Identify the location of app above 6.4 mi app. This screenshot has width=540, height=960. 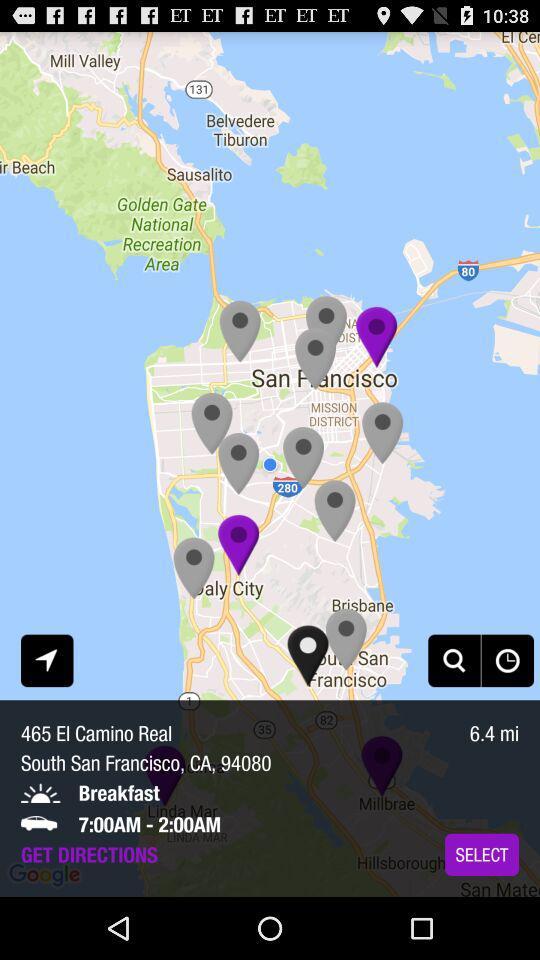
(454, 659).